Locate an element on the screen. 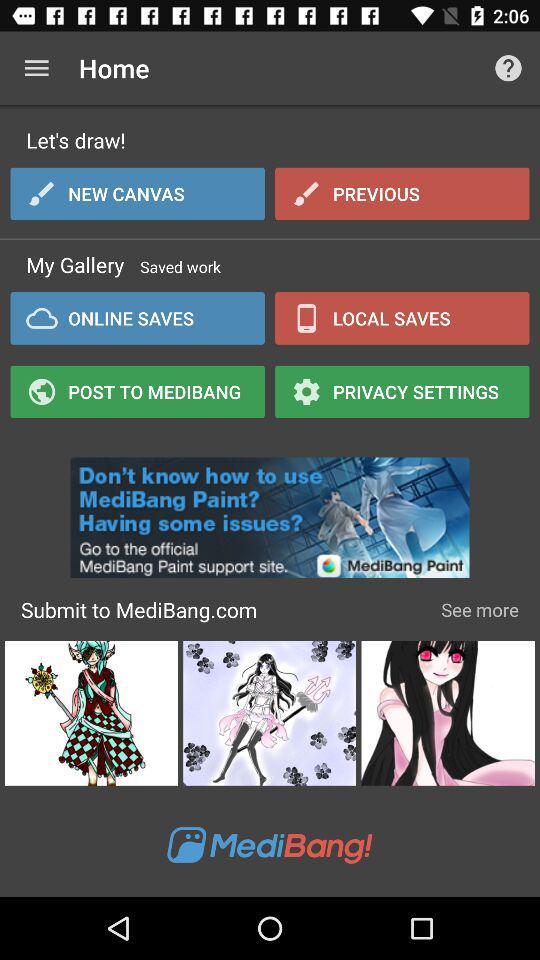 The width and height of the screenshot is (540, 960). home is located at coordinates (36, 68).